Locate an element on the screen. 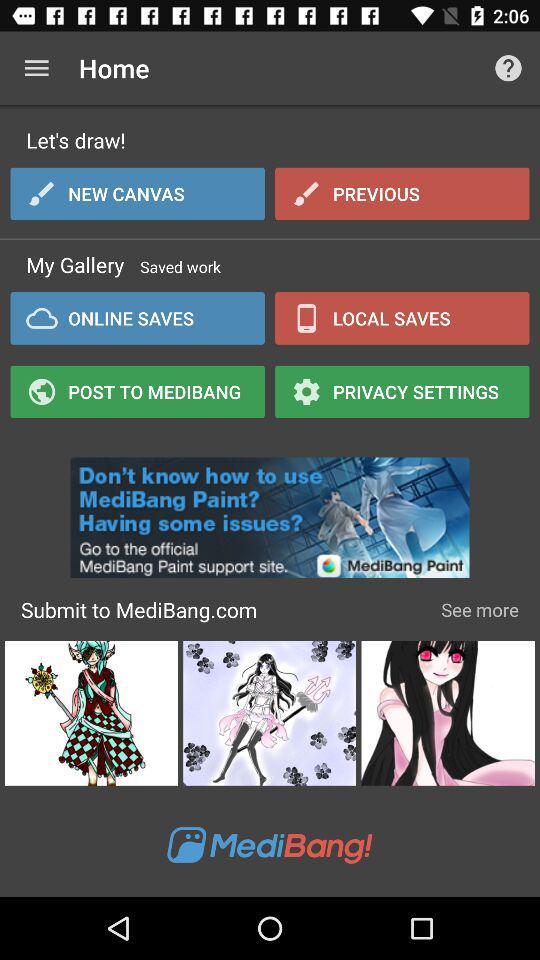 The width and height of the screenshot is (540, 960). home is located at coordinates (36, 68).